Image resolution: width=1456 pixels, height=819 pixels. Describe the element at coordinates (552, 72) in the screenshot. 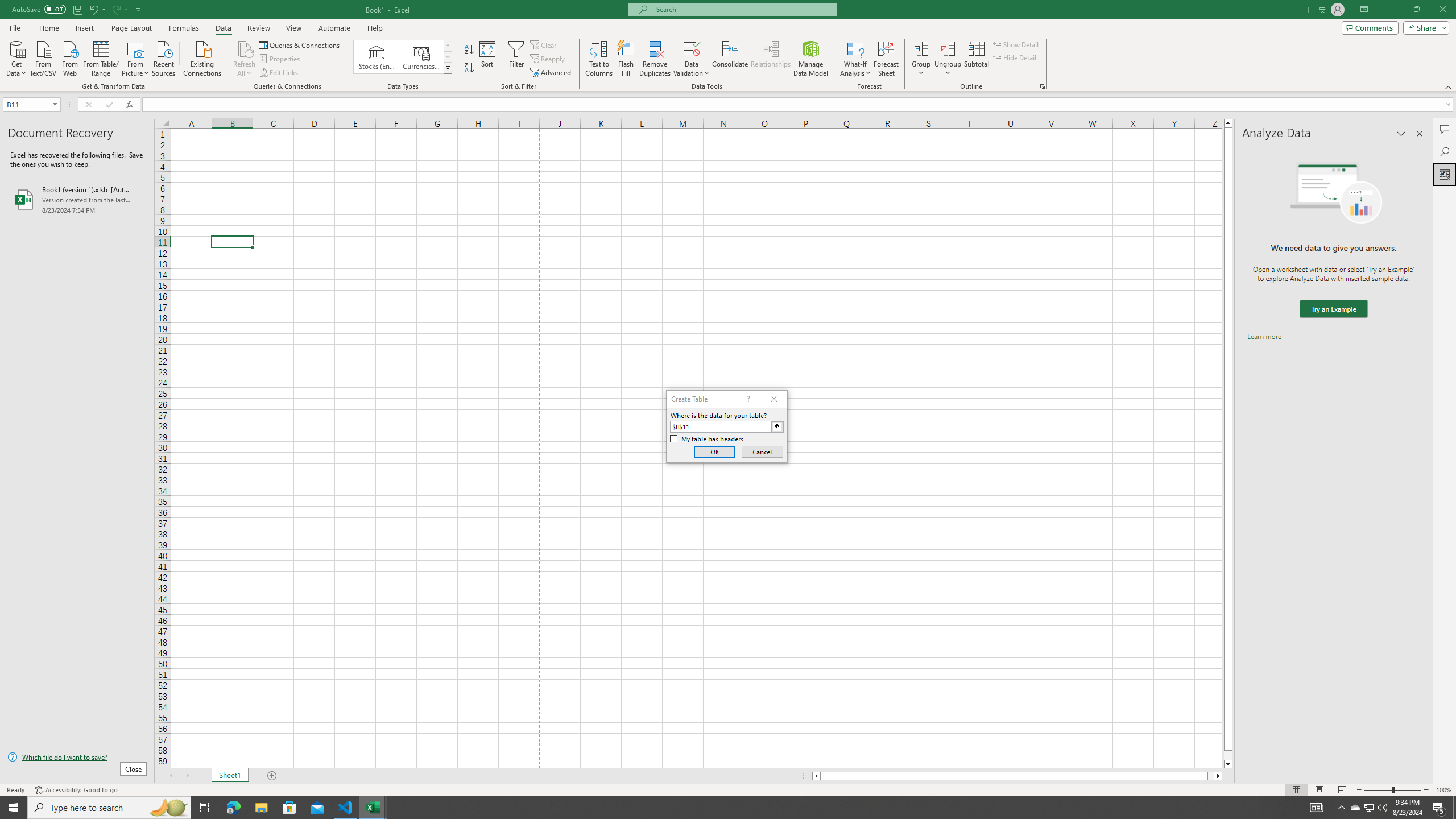

I see `'Advanced...'` at that location.